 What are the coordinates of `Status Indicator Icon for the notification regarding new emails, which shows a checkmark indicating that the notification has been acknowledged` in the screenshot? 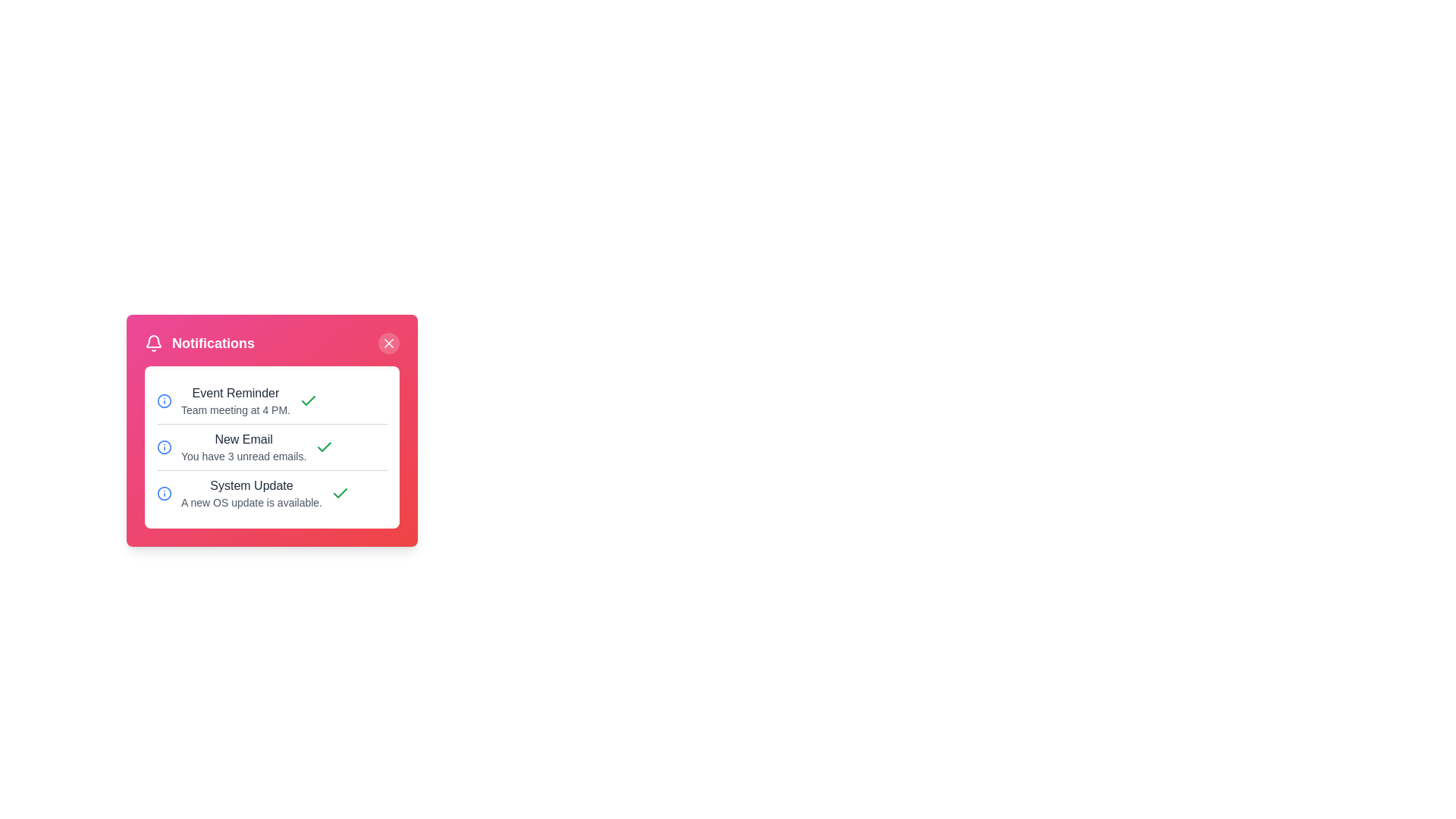 It's located at (324, 447).